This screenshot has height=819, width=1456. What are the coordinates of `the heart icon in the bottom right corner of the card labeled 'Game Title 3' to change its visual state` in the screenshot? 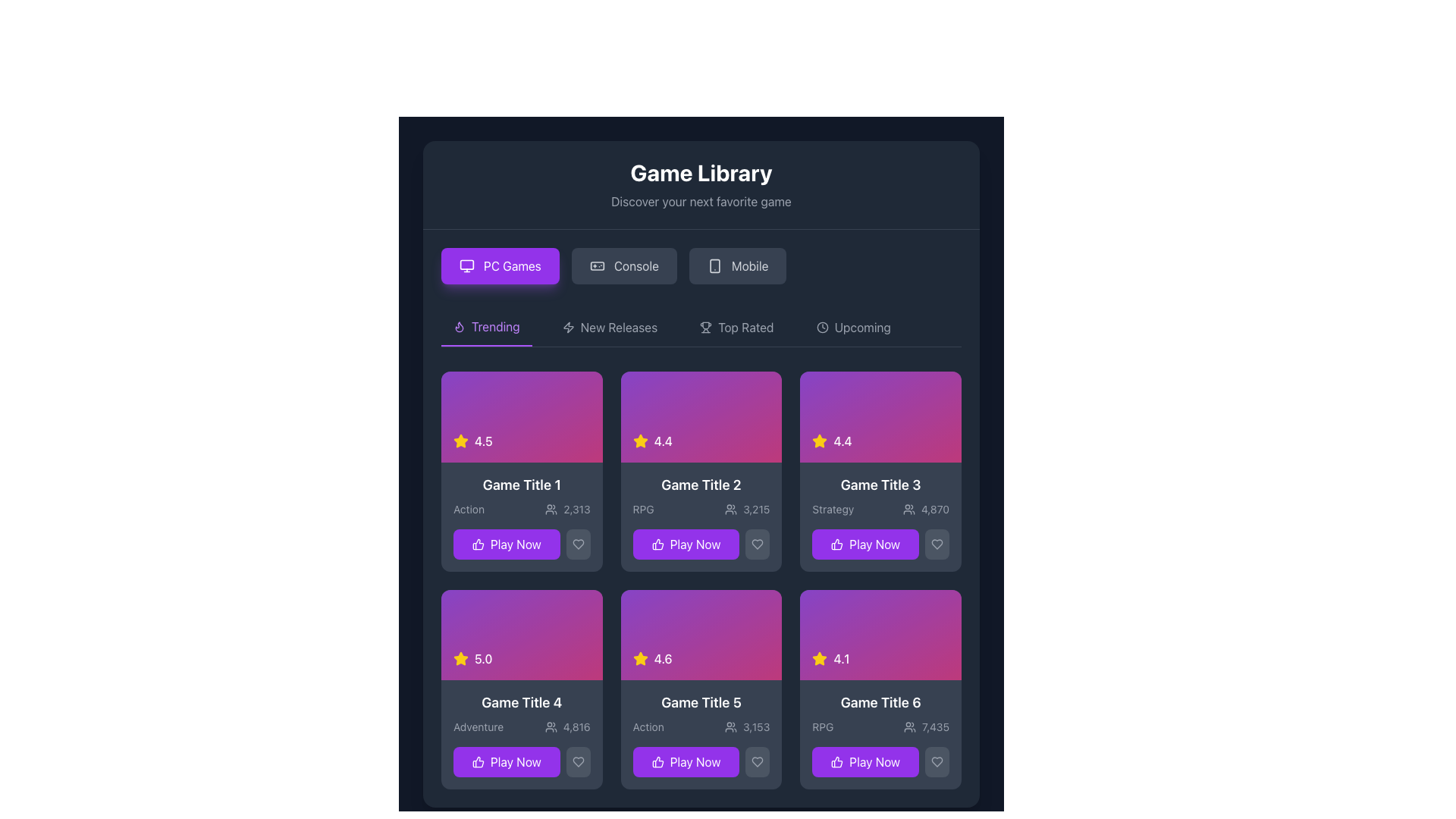 It's located at (937, 543).